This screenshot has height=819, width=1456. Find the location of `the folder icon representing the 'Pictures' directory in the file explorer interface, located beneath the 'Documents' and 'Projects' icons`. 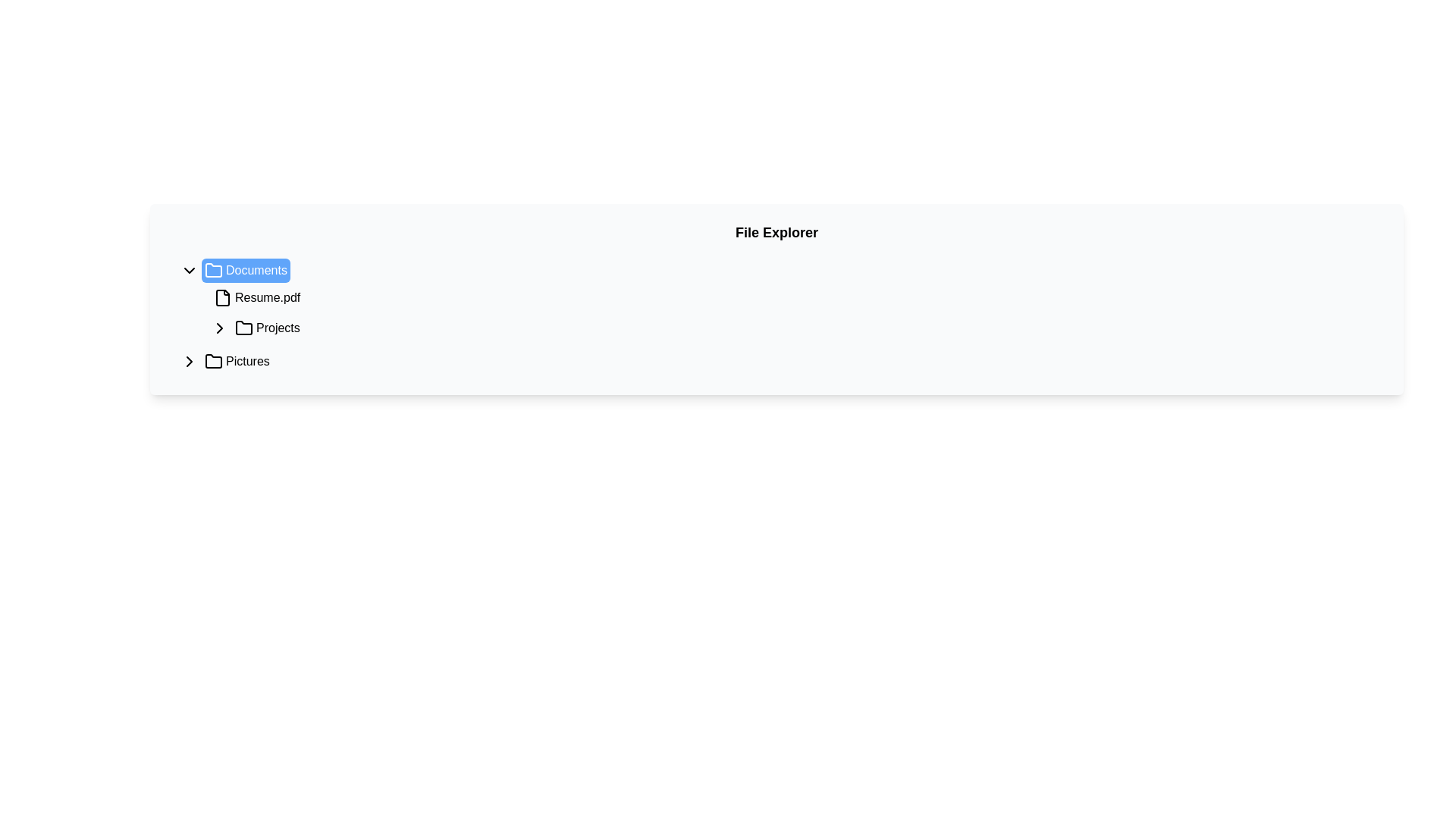

the folder icon representing the 'Pictures' directory in the file explorer interface, located beneath the 'Documents' and 'Projects' icons is located at coordinates (213, 361).